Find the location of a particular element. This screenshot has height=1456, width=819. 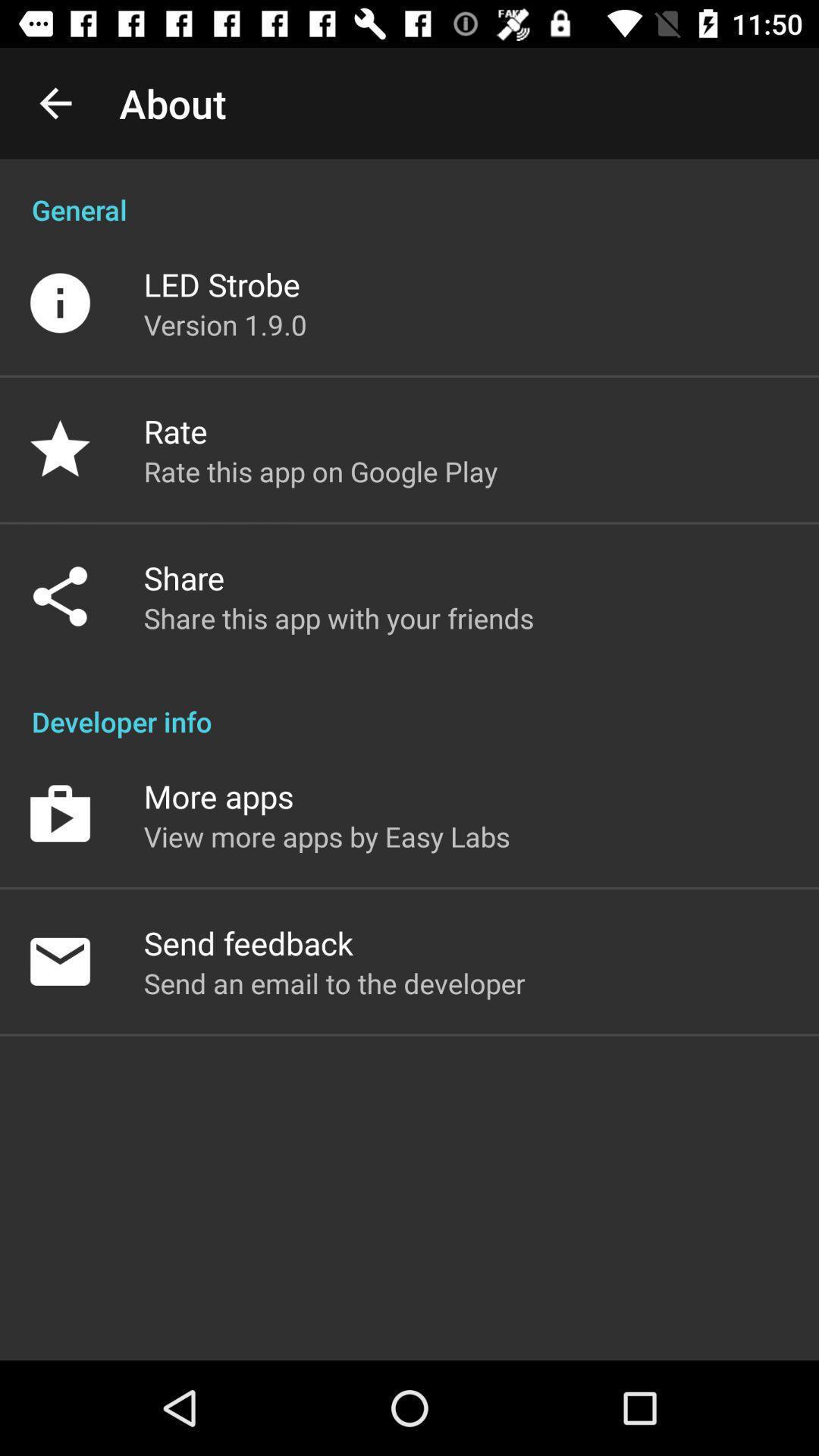

led strobe is located at coordinates (221, 284).